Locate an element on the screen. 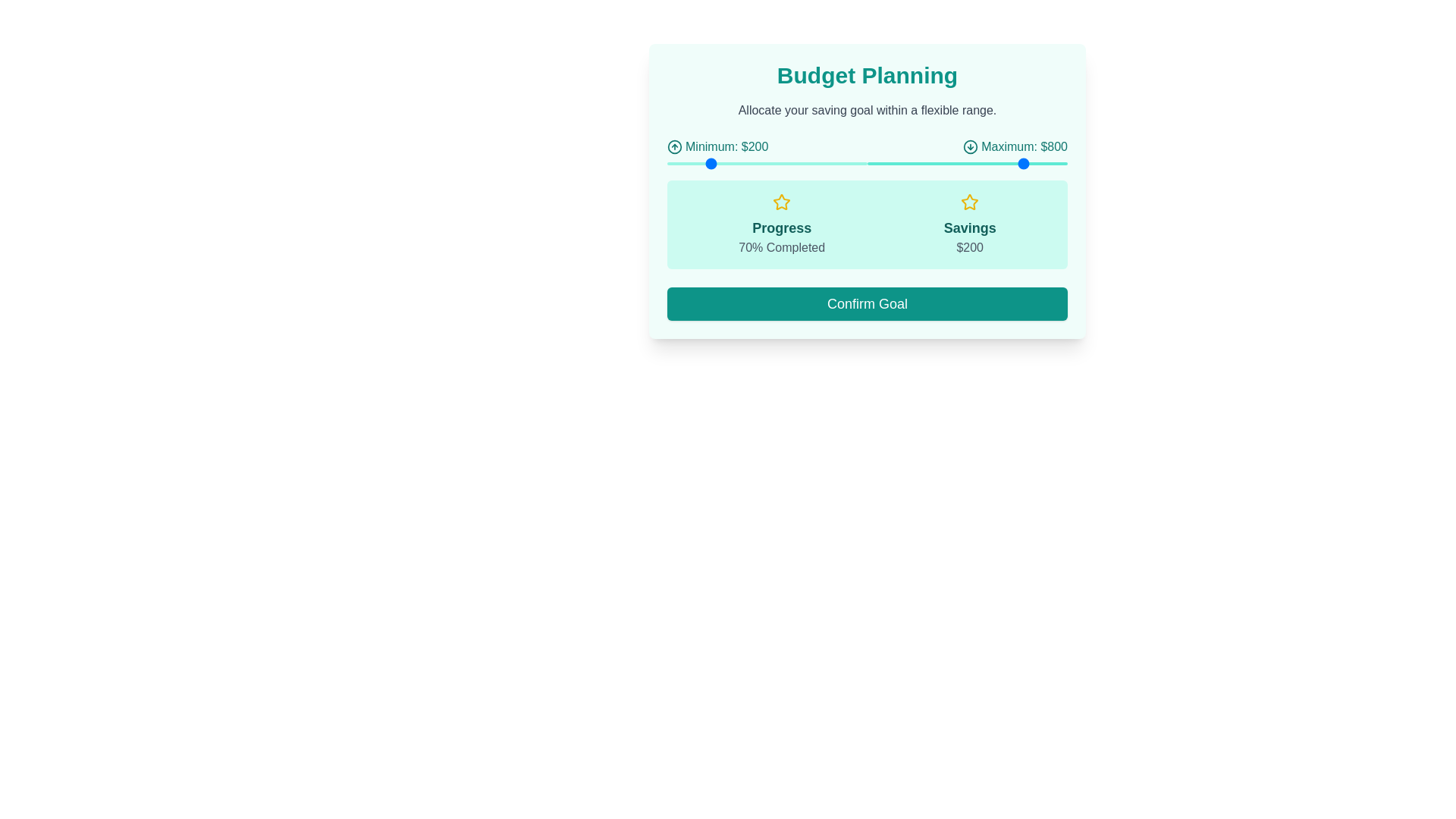  the slider value is located at coordinates (761, 164).